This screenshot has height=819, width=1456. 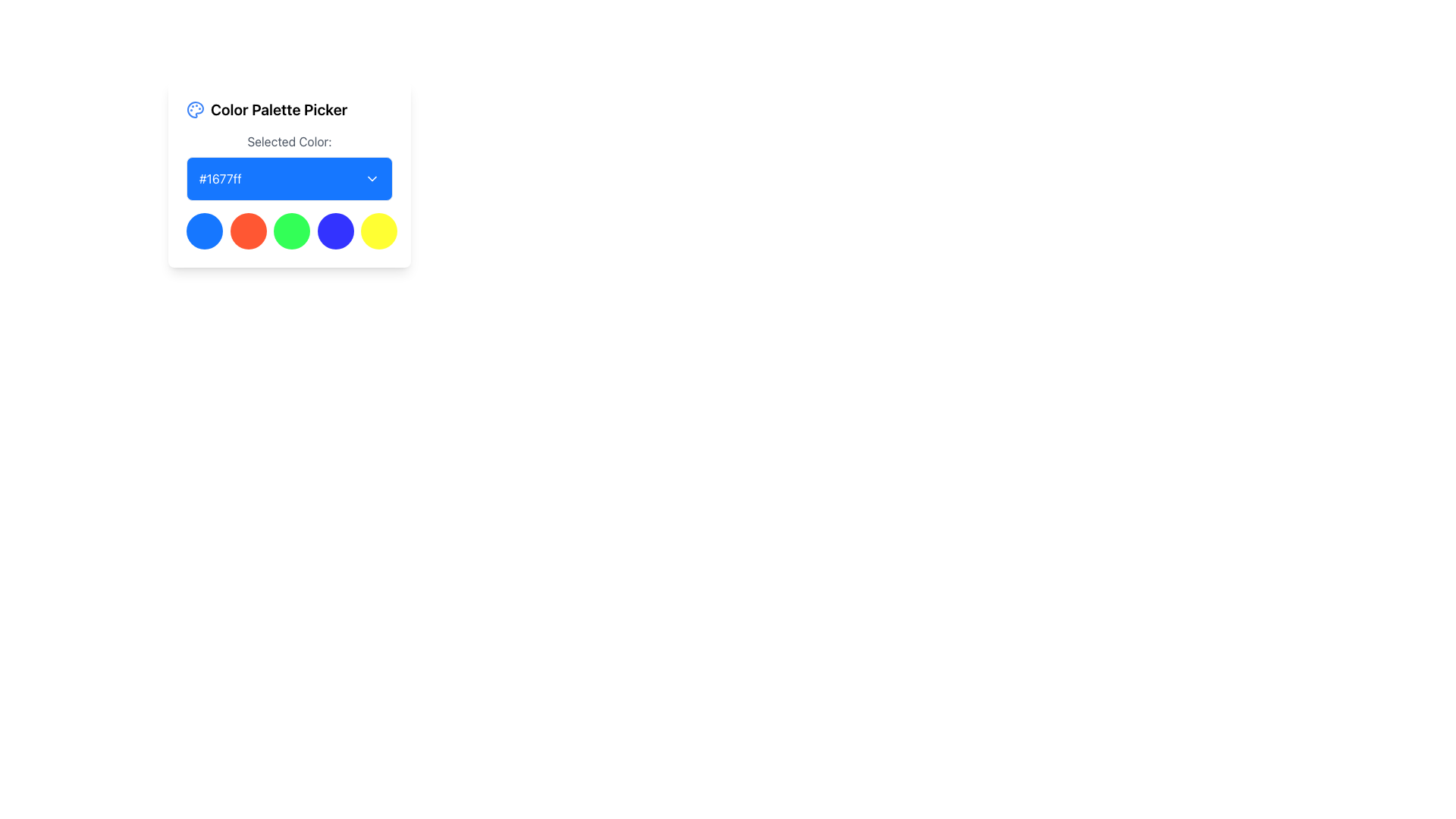 I want to click on the third circular color selector button in the color palette, which is green, so click(x=292, y=231).